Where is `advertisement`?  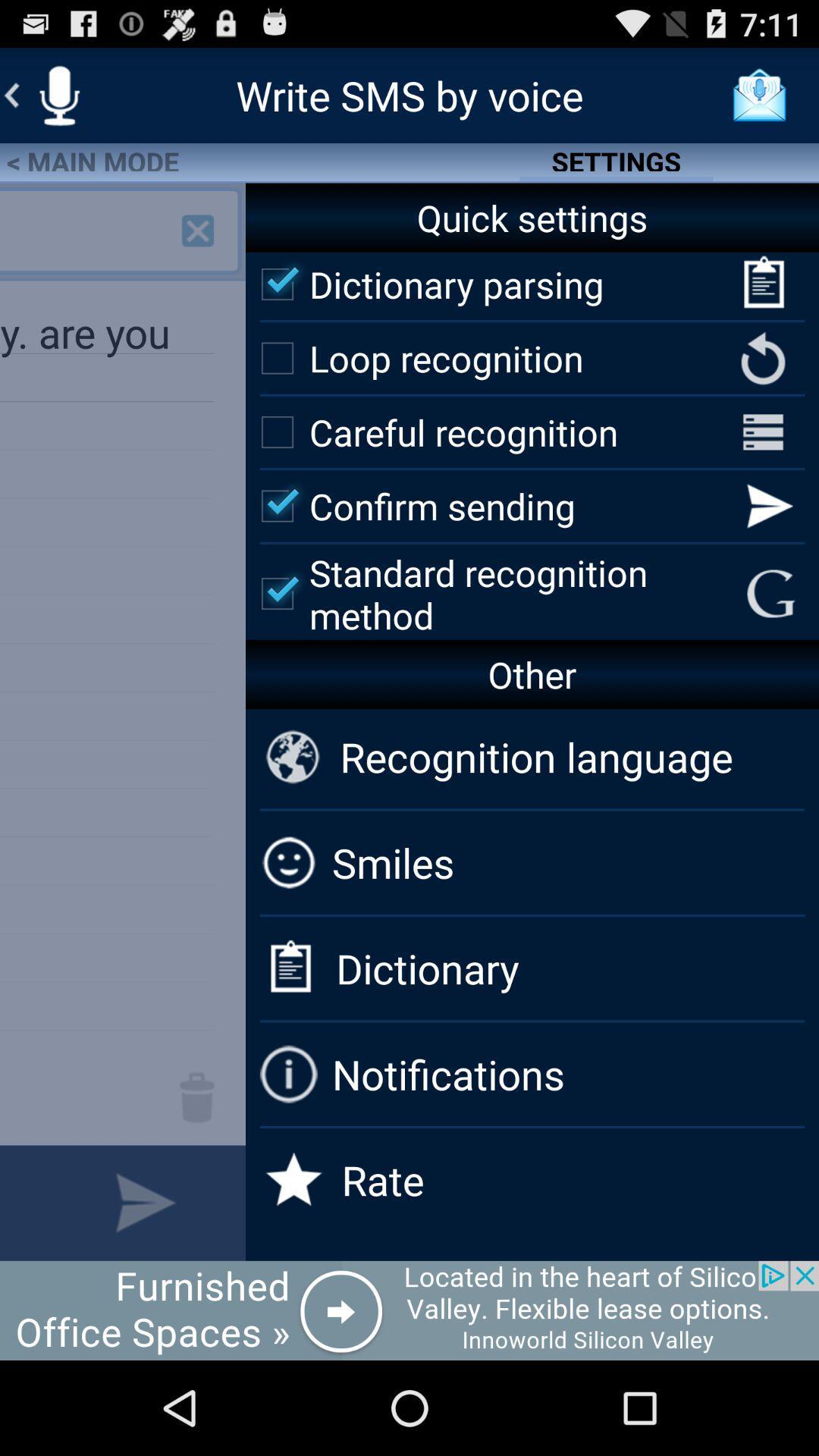
advertisement is located at coordinates (409, 1310).